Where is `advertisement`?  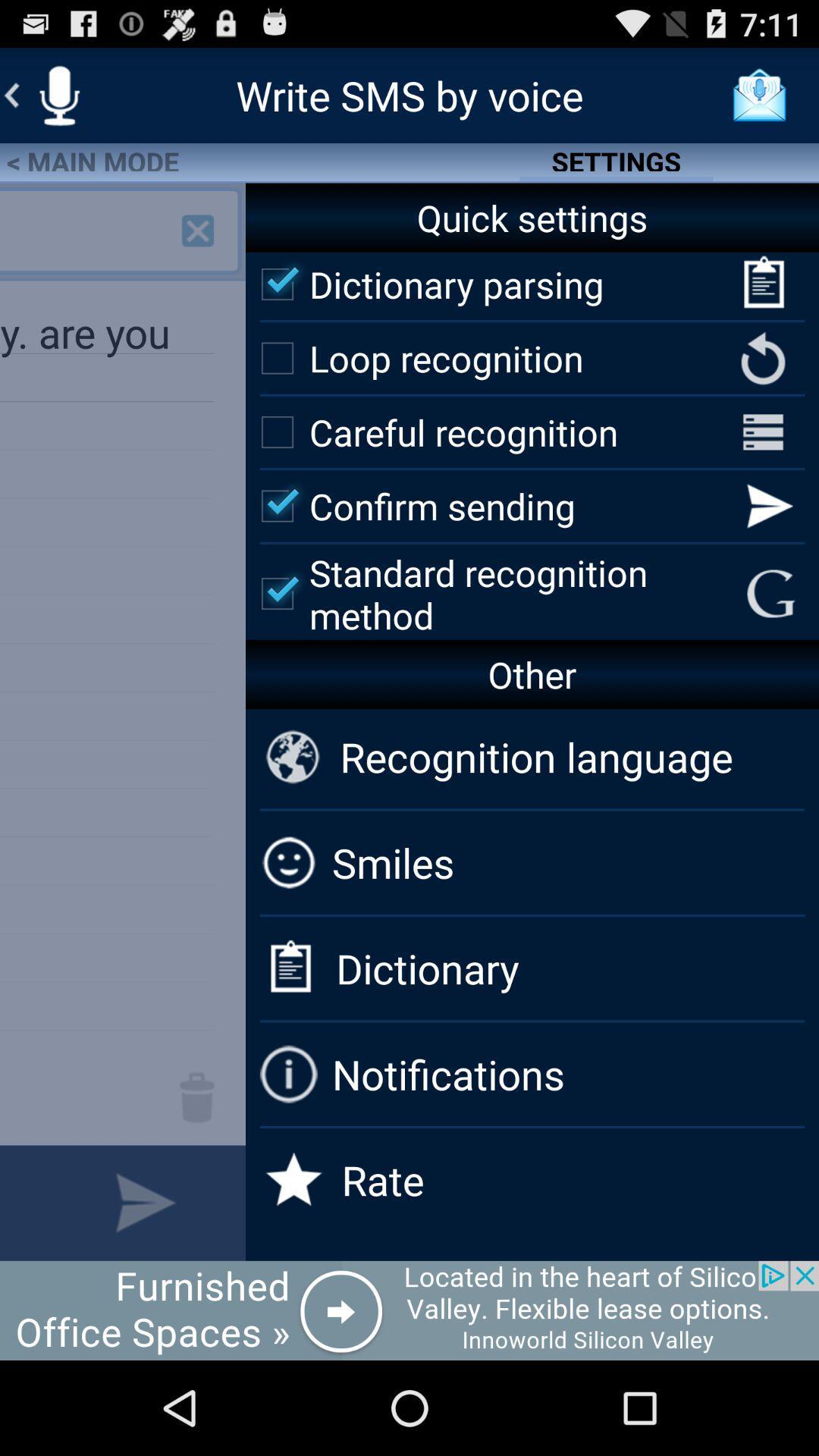
advertisement is located at coordinates (409, 1310).